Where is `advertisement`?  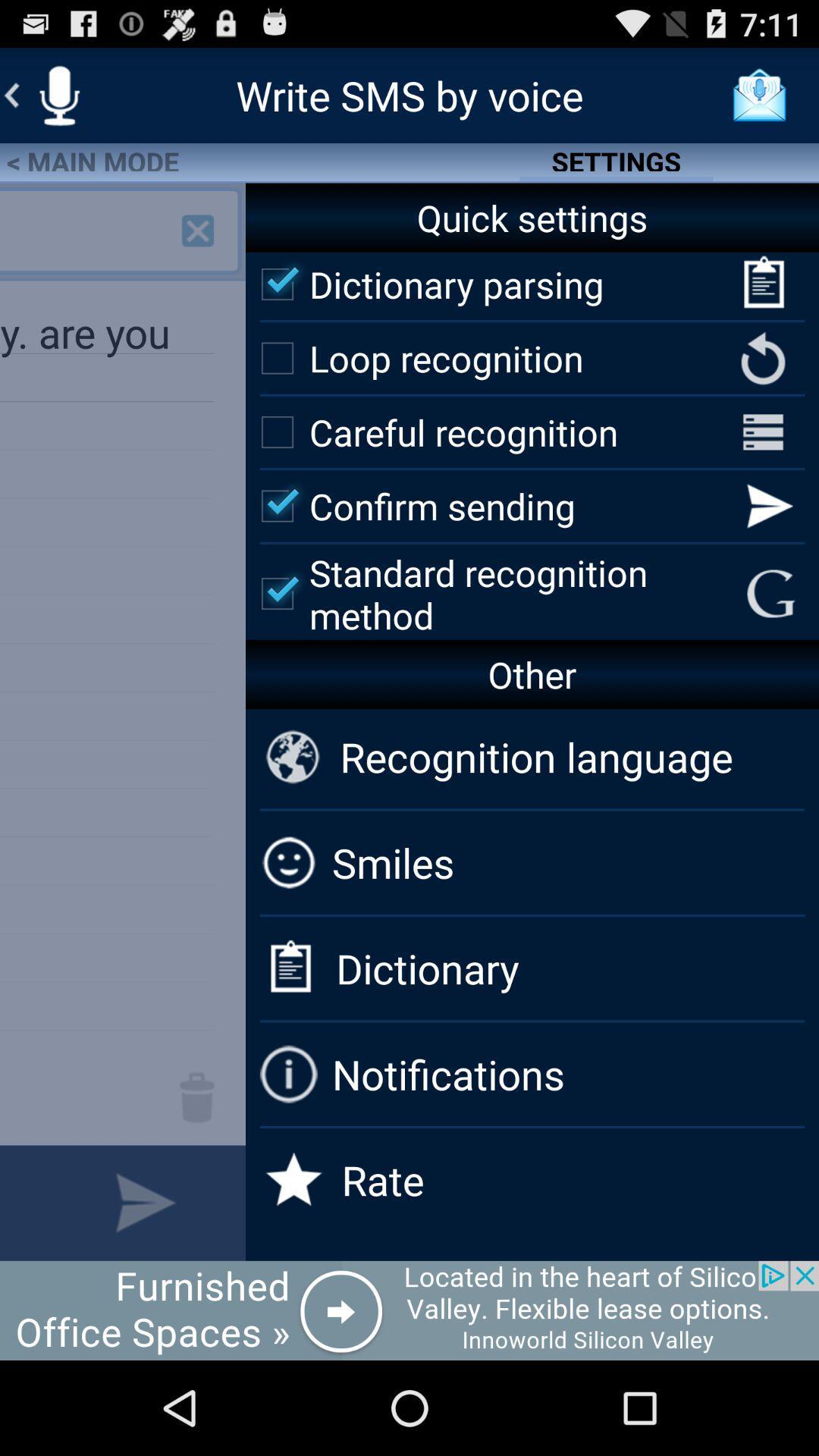
advertisement is located at coordinates (409, 1310).